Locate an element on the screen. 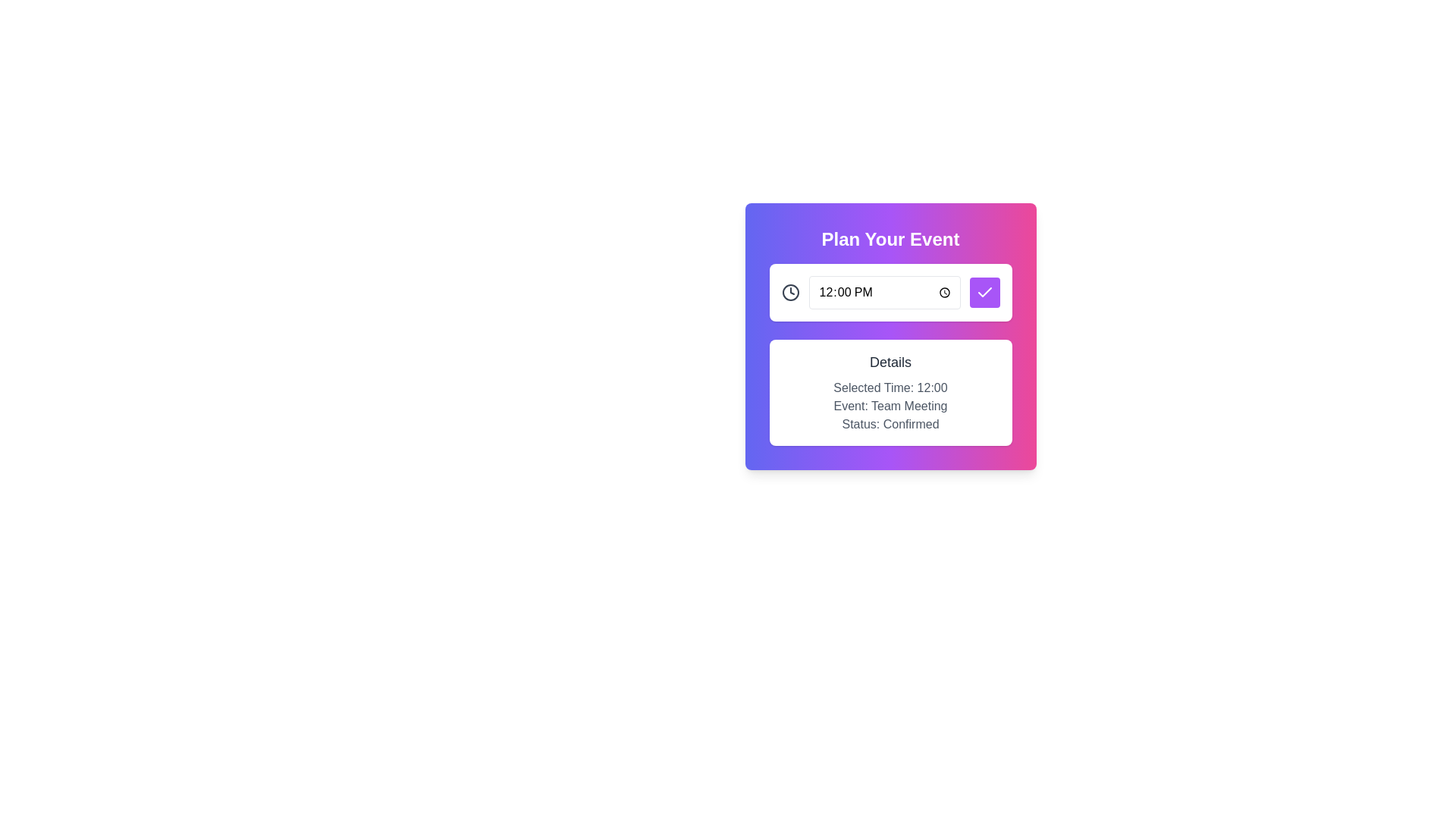  text label displaying 'Selected Time: 12:00' located in the 'Details' section of the interface, positioned beneath the title 'Details' is located at coordinates (890, 388).